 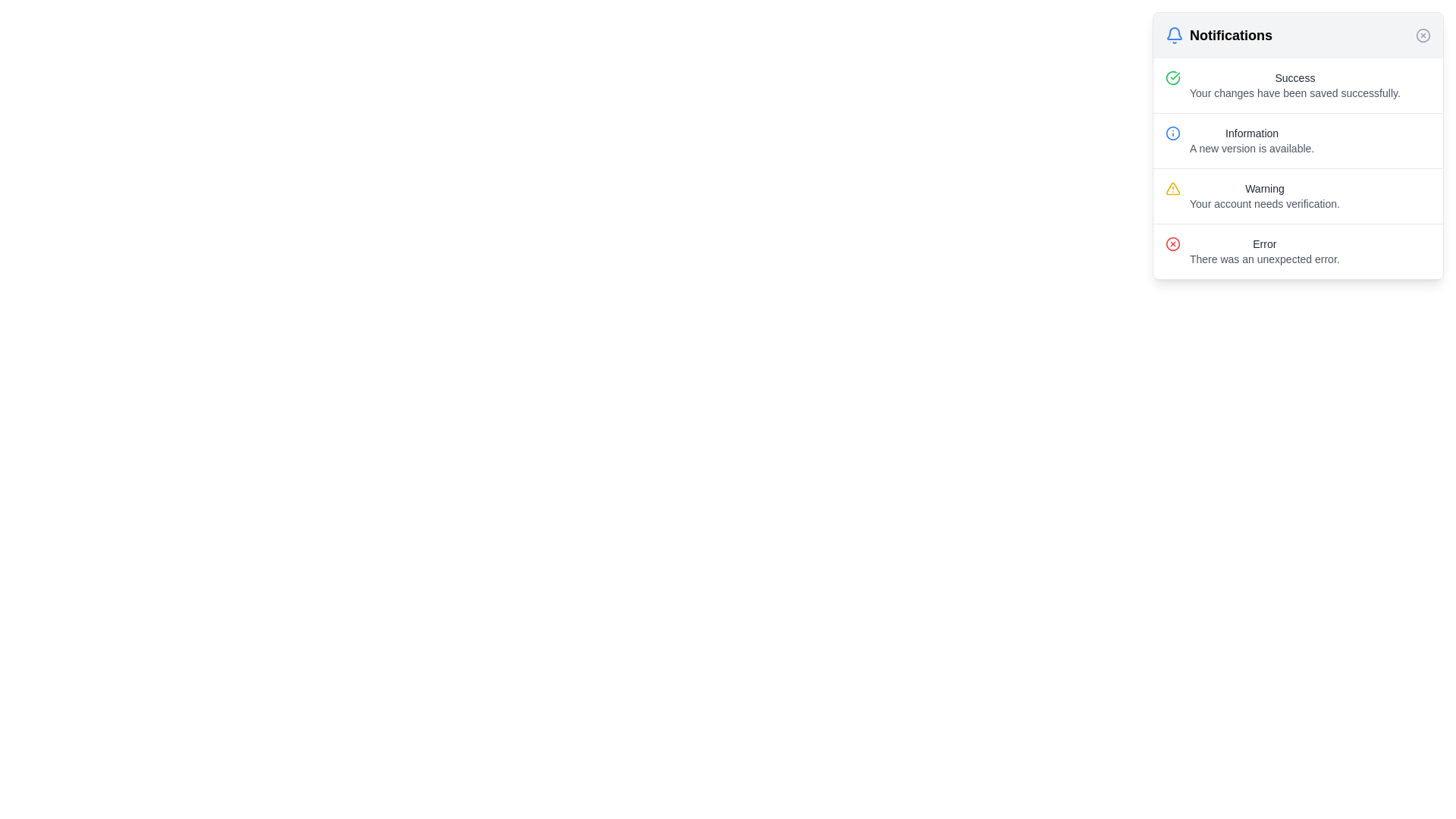 I want to click on error notification message located at the bottom-most section of the notification list in the top-right panel, which is distinguished by a red error icon, so click(x=1264, y=250).